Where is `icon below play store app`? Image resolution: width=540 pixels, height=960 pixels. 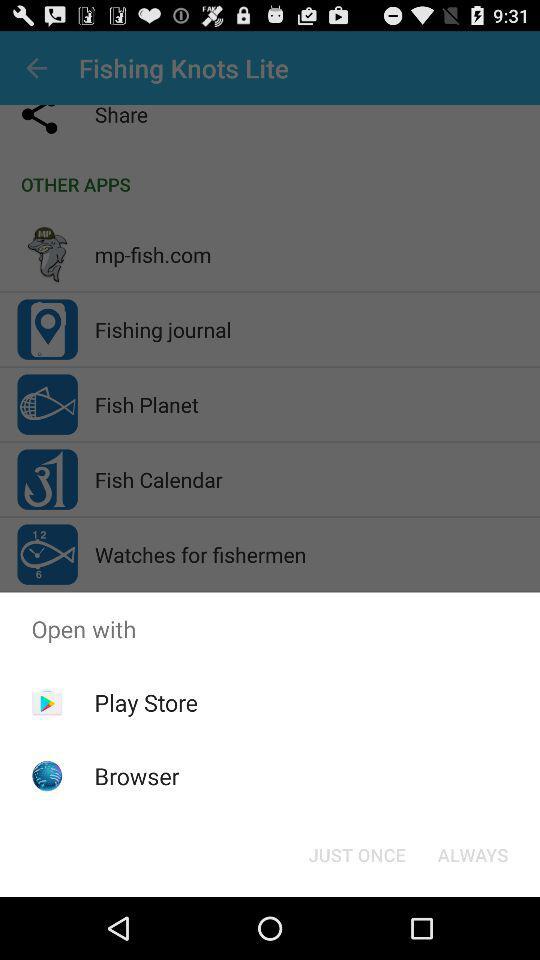
icon below play store app is located at coordinates (136, 775).